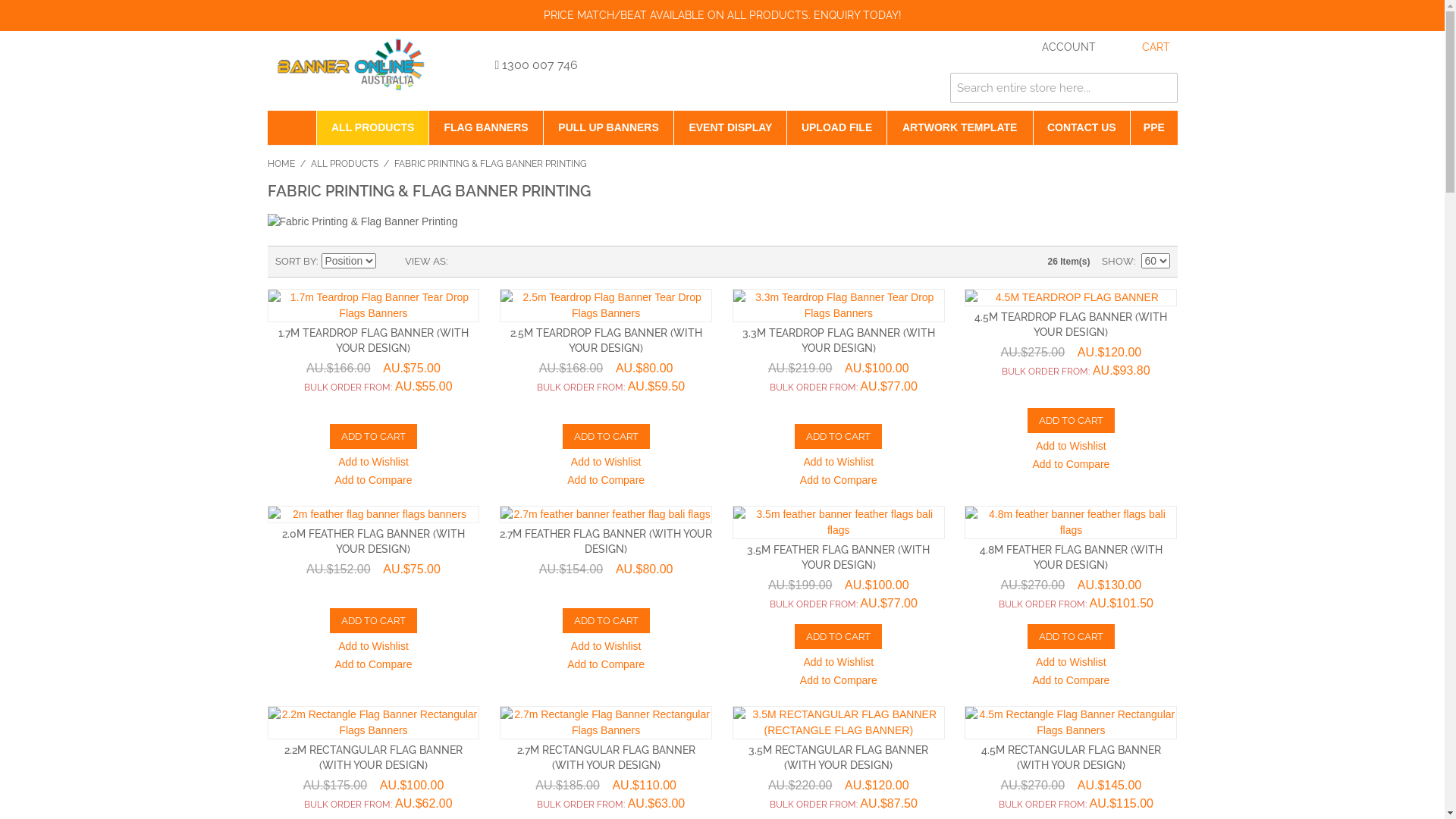  What do you see at coordinates (837, 385) in the screenshot?
I see `'BULK ORDER FROM: AU.$77.00'` at bounding box center [837, 385].